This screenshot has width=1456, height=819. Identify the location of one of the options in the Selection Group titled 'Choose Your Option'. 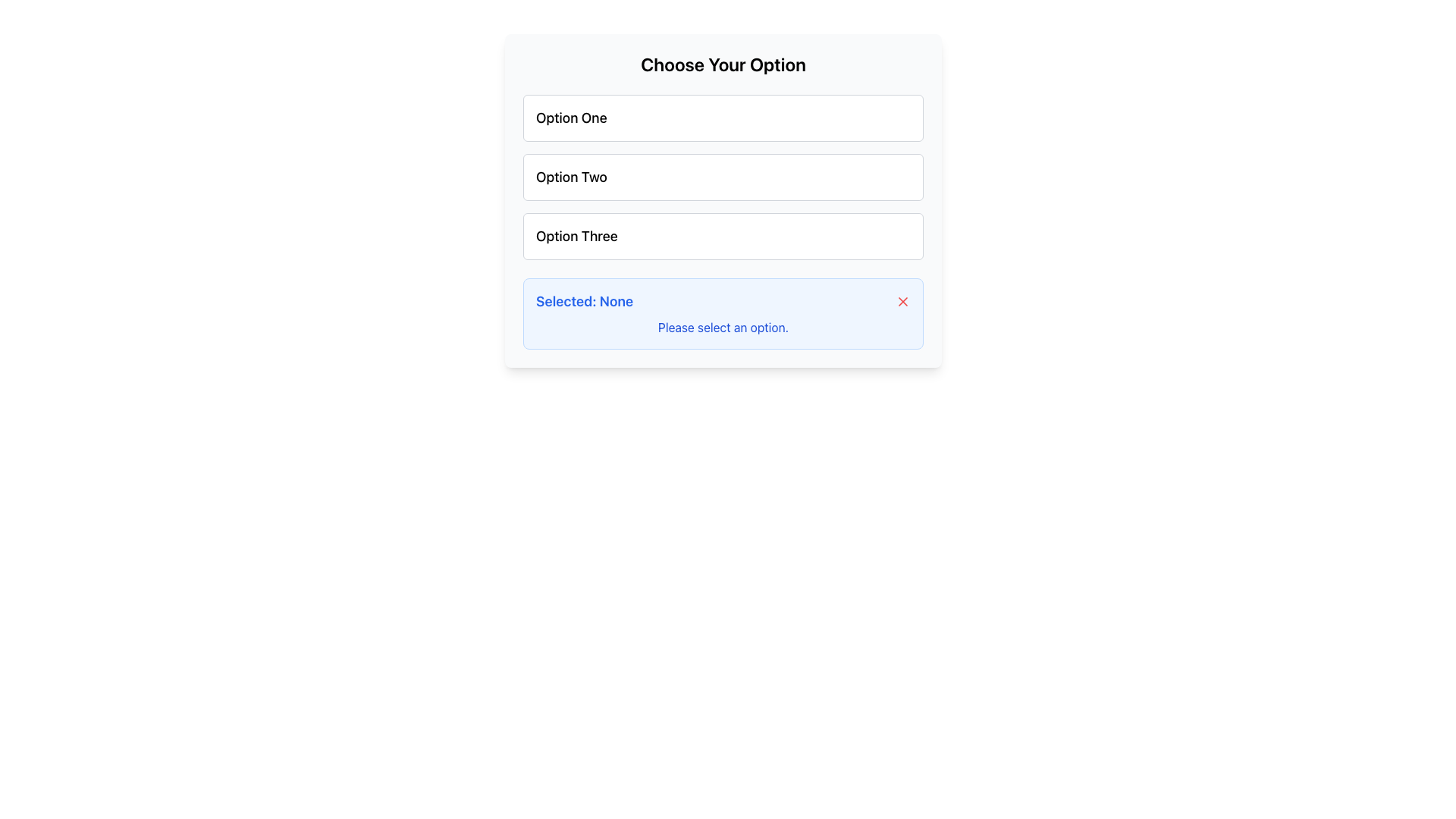
(723, 177).